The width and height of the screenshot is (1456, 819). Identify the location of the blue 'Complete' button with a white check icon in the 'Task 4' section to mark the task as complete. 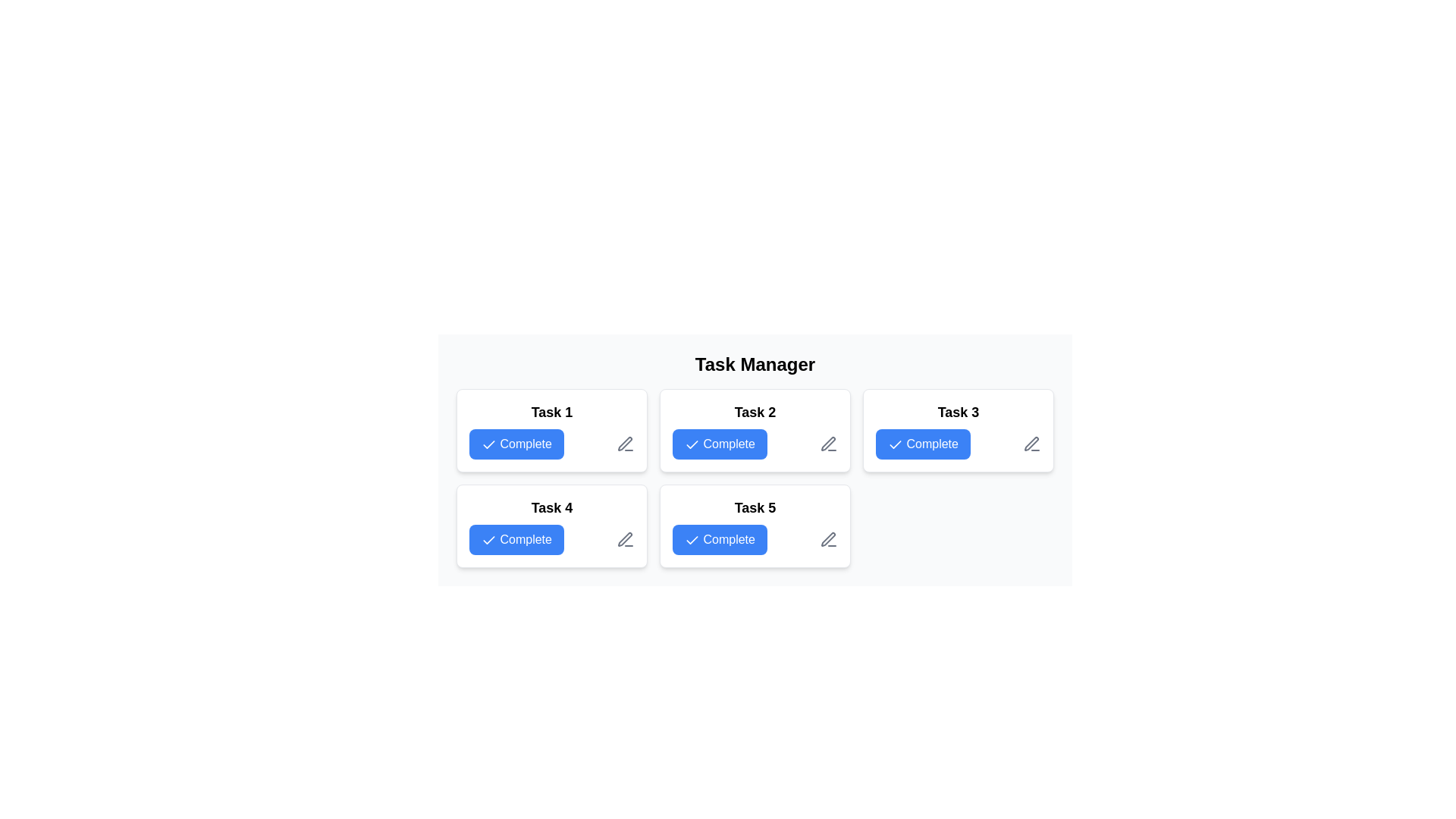
(551, 539).